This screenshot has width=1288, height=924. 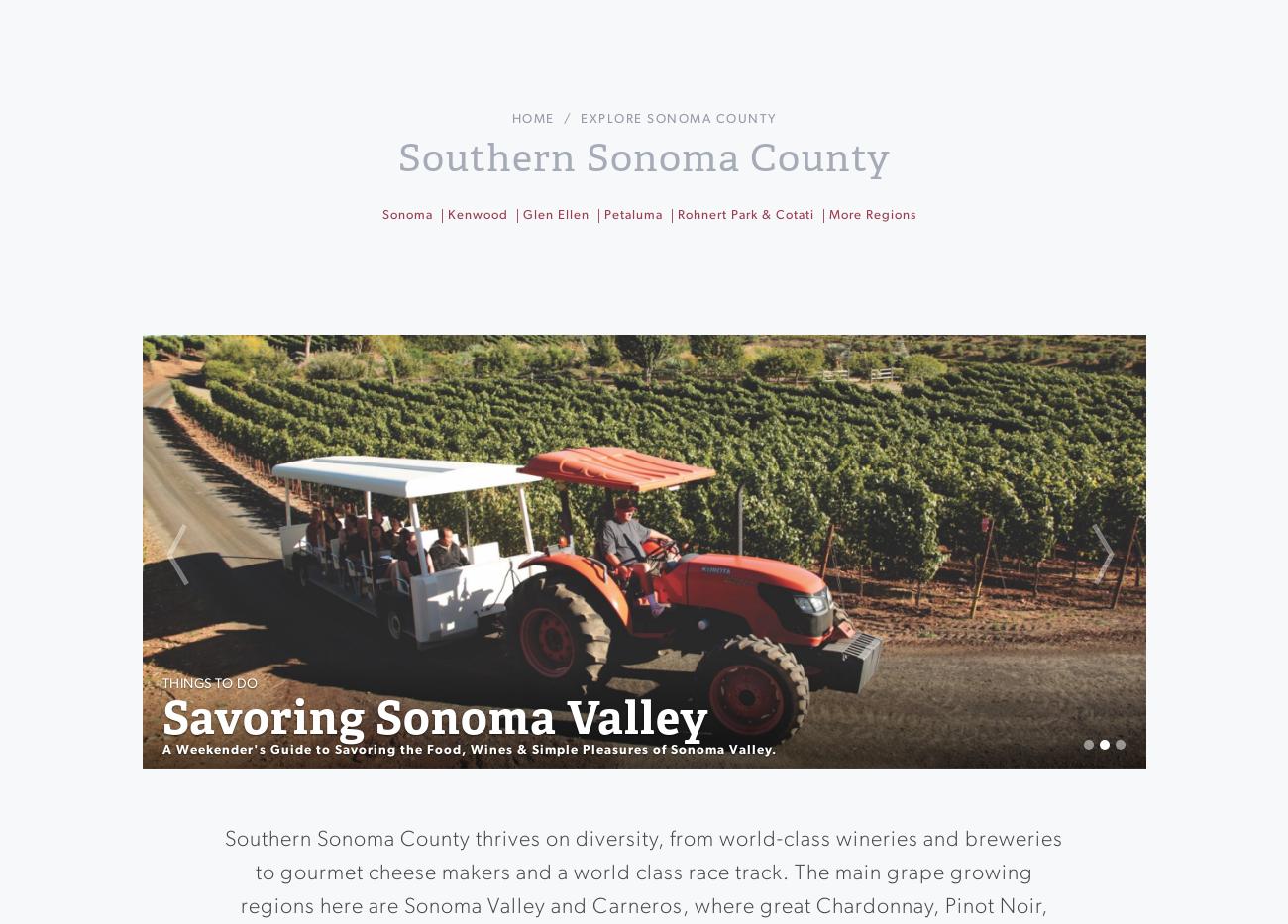 What do you see at coordinates (1031, 282) in the screenshot?
I see `'Breweries & Distilleries'` at bounding box center [1031, 282].